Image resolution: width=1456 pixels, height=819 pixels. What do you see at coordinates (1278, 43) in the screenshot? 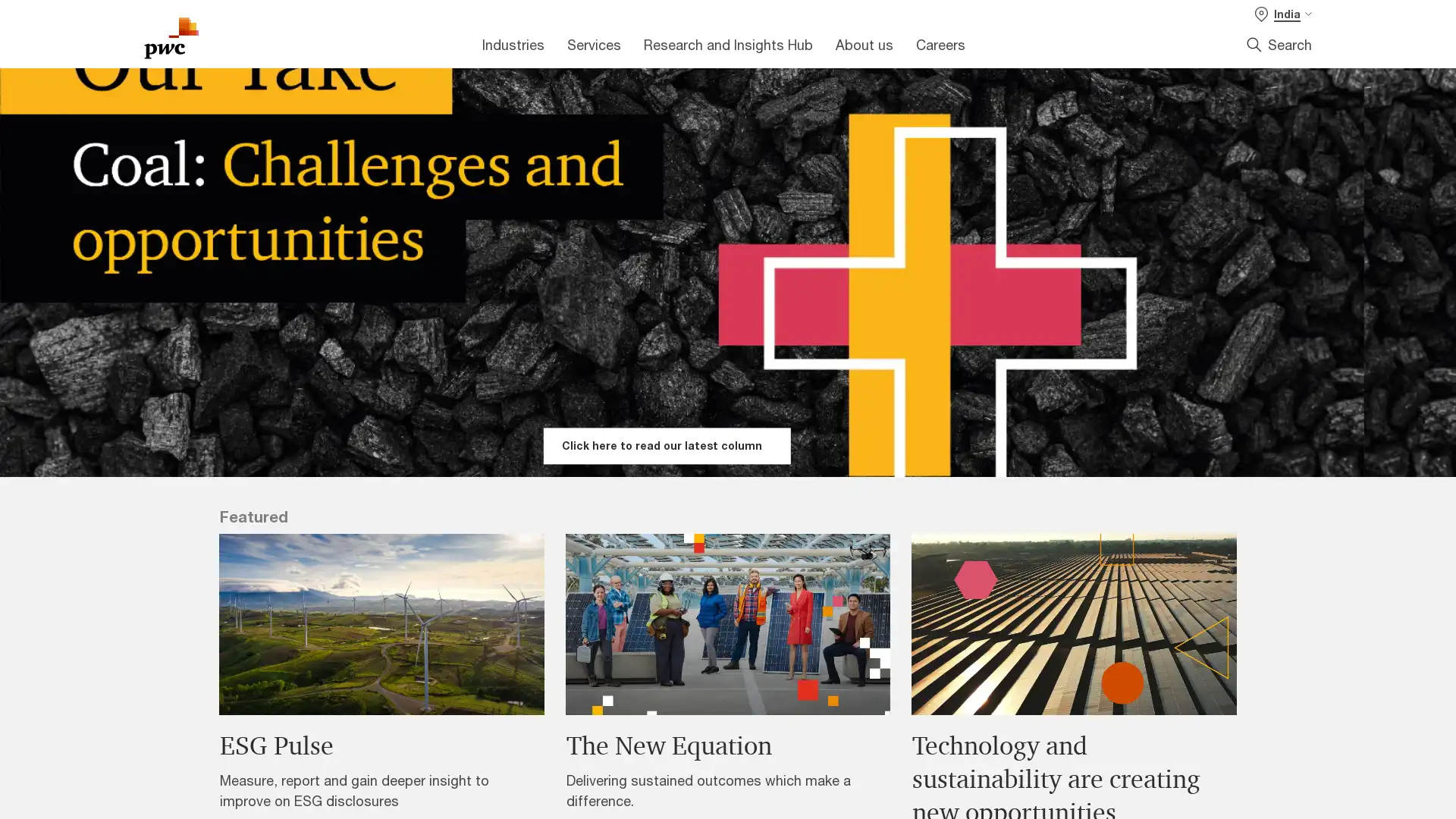
I see `Search` at bounding box center [1278, 43].